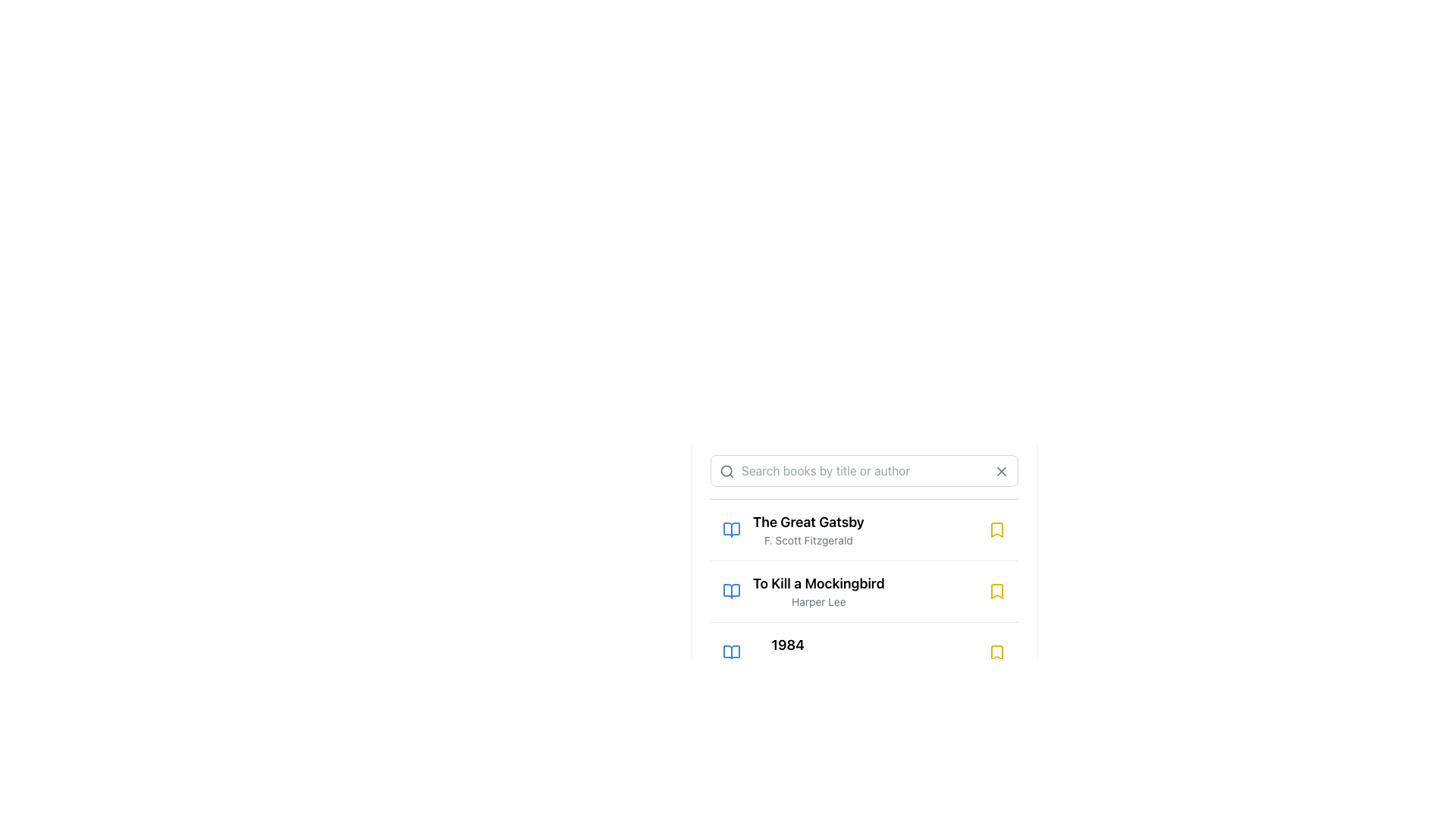 The height and width of the screenshot is (819, 1456). What do you see at coordinates (817, 601) in the screenshot?
I see `text label that displays 'Harper Lee', which is a smaller gray font located beneath the bold title 'To Kill a Mockingbird'` at bounding box center [817, 601].